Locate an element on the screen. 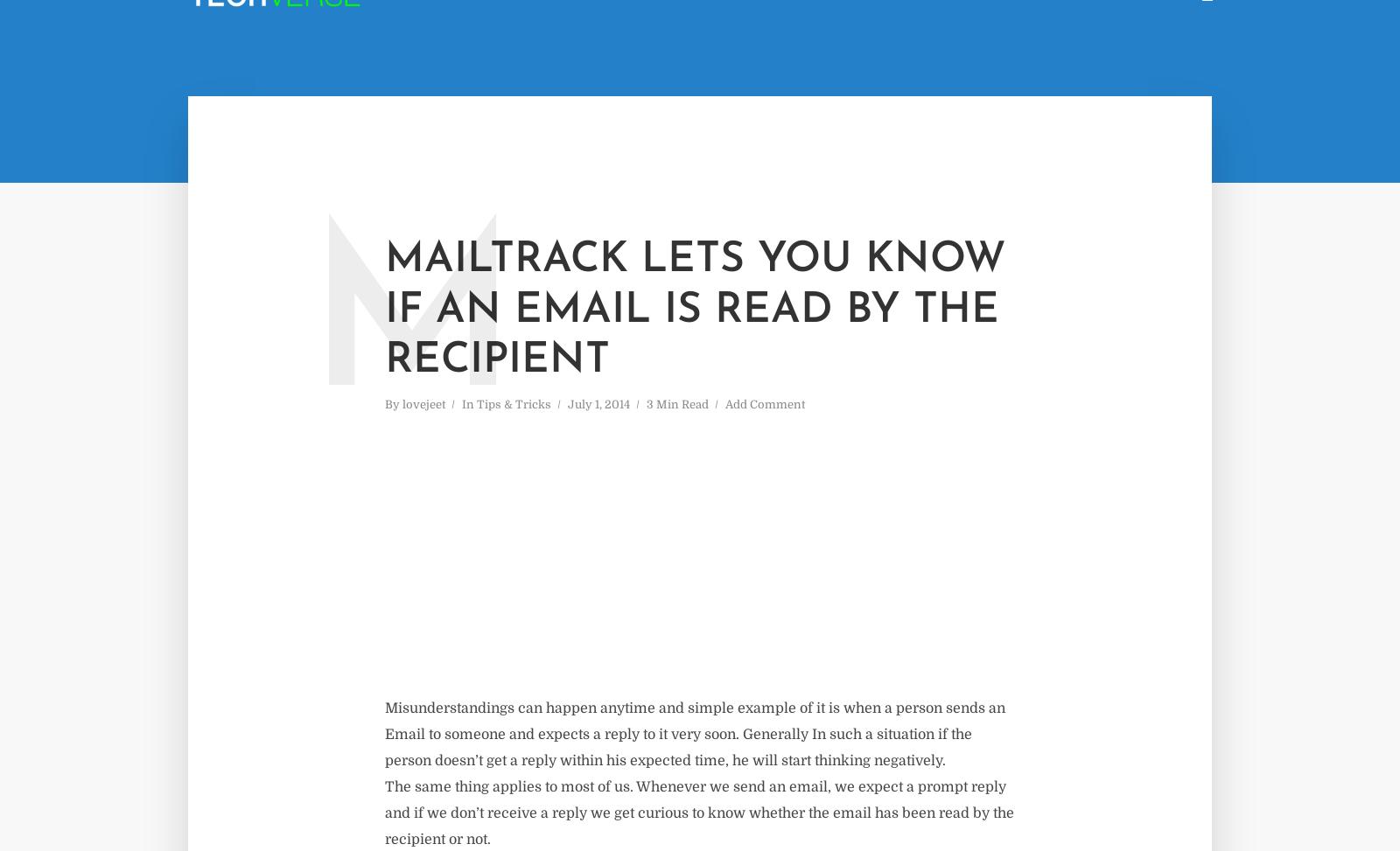 The width and height of the screenshot is (1400, 851). 'Page' is located at coordinates (967, 49).